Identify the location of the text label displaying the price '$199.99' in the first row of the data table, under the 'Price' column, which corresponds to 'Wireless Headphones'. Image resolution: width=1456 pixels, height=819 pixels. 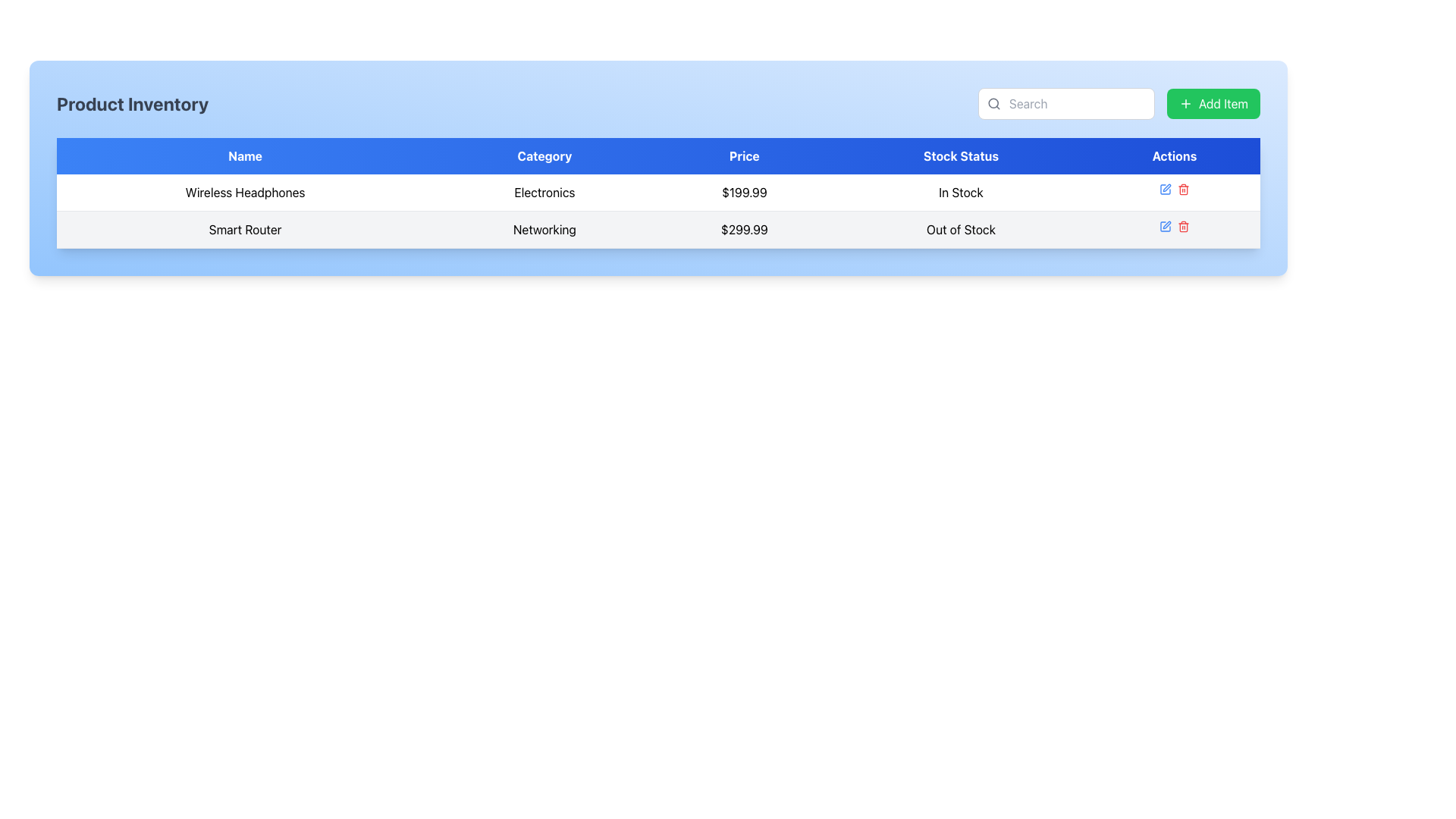
(744, 192).